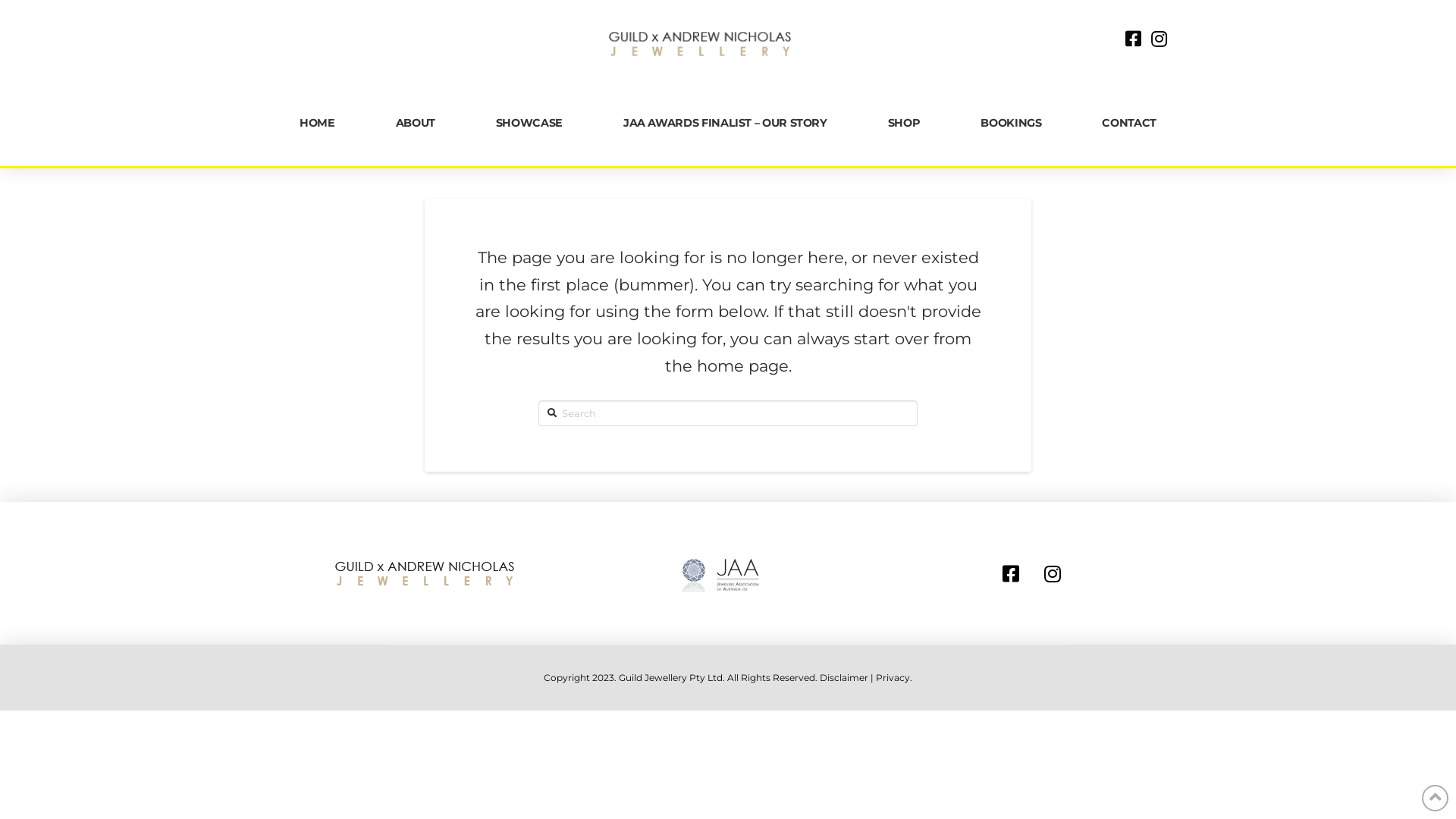 The width and height of the screenshot is (1456, 819). What do you see at coordinates (893, 676) in the screenshot?
I see `'Privacy'` at bounding box center [893, 676].